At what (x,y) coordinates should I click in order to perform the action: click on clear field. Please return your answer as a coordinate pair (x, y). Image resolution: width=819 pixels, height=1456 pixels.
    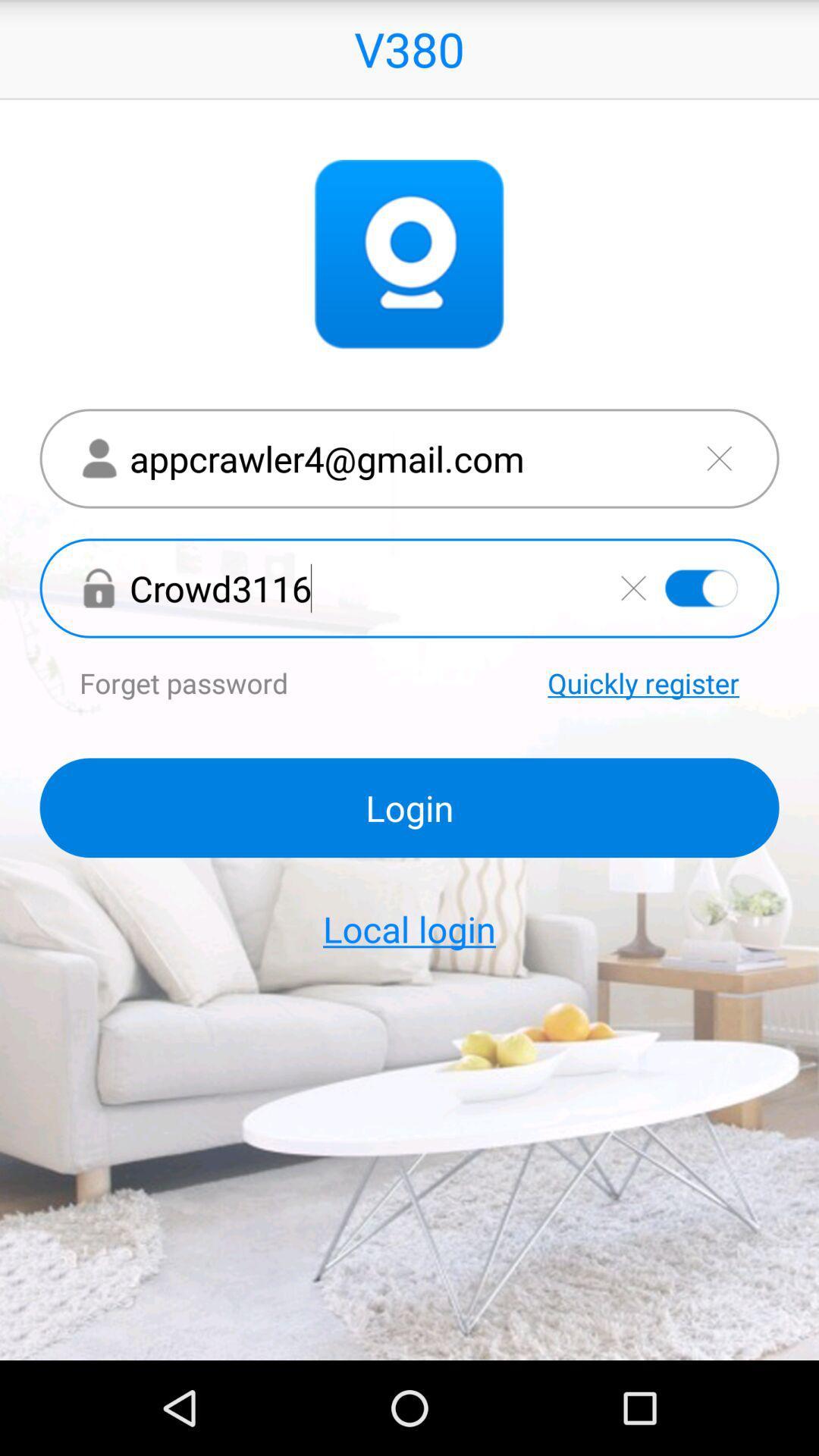
    Looking at the image, I should click on (633, 587).